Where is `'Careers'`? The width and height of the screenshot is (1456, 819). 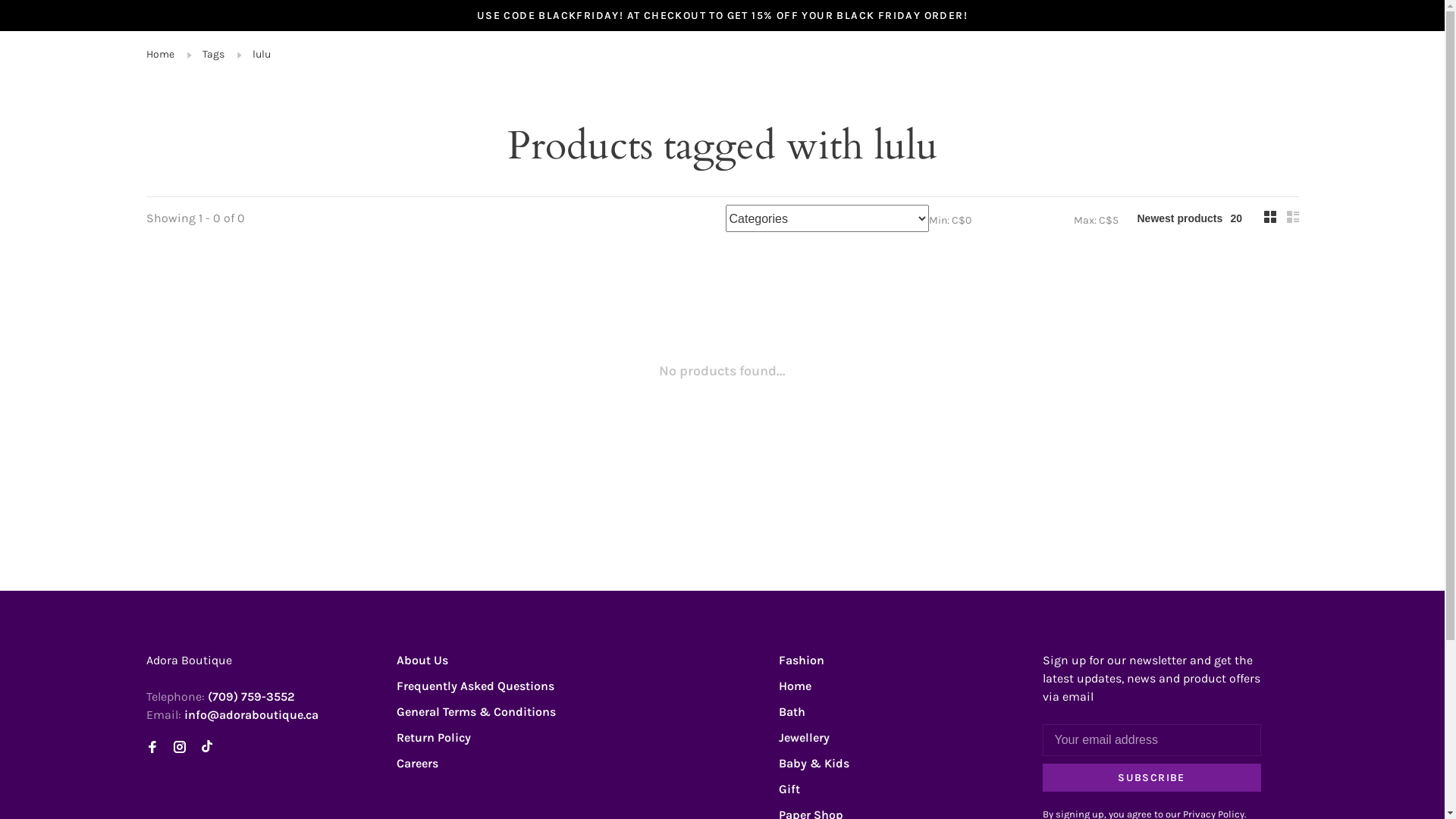
'Careers' is located at coordinates (416, 763).